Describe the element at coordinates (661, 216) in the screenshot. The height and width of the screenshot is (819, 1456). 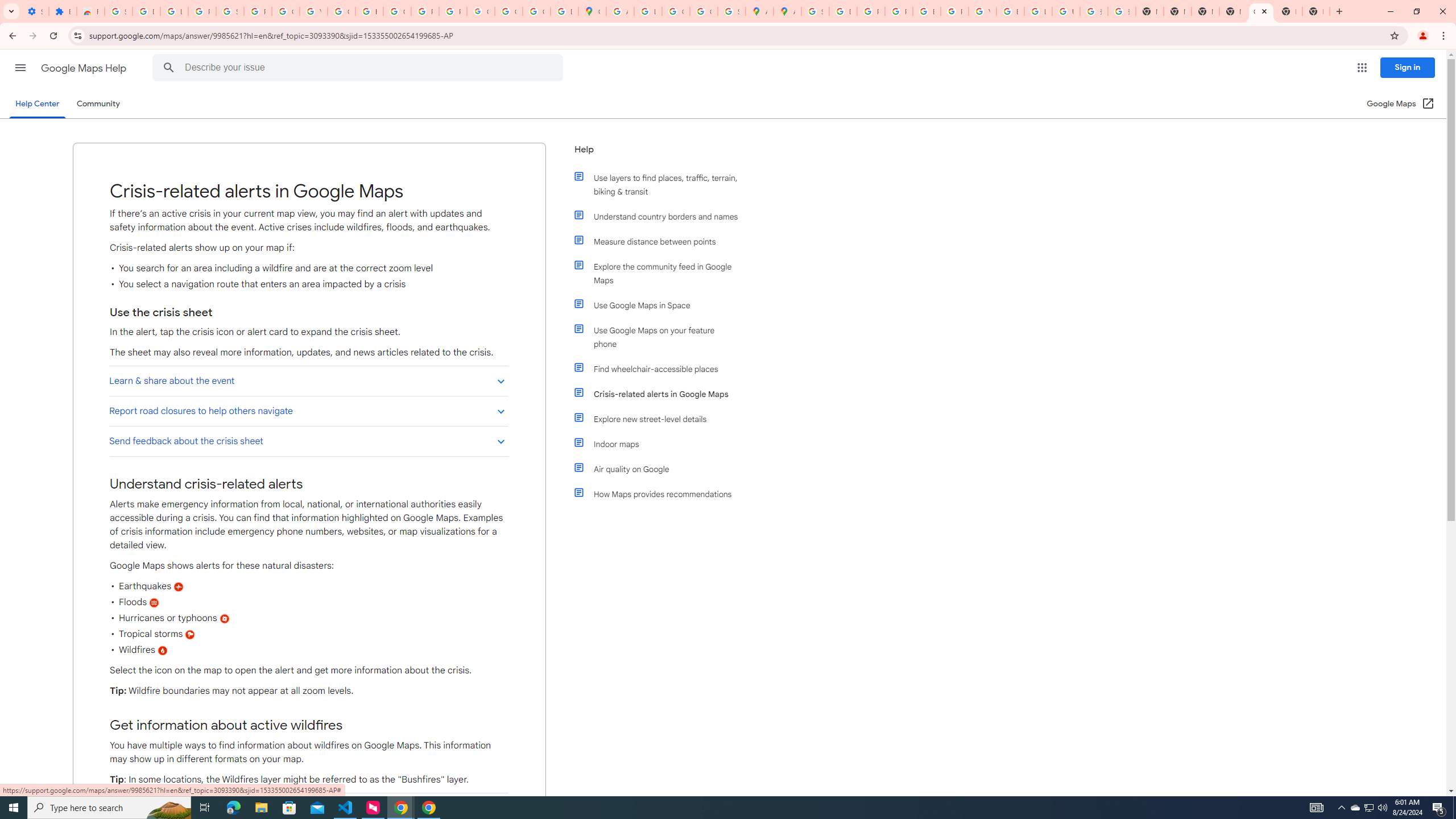
I see `'Understand country borders and names'` at that location.